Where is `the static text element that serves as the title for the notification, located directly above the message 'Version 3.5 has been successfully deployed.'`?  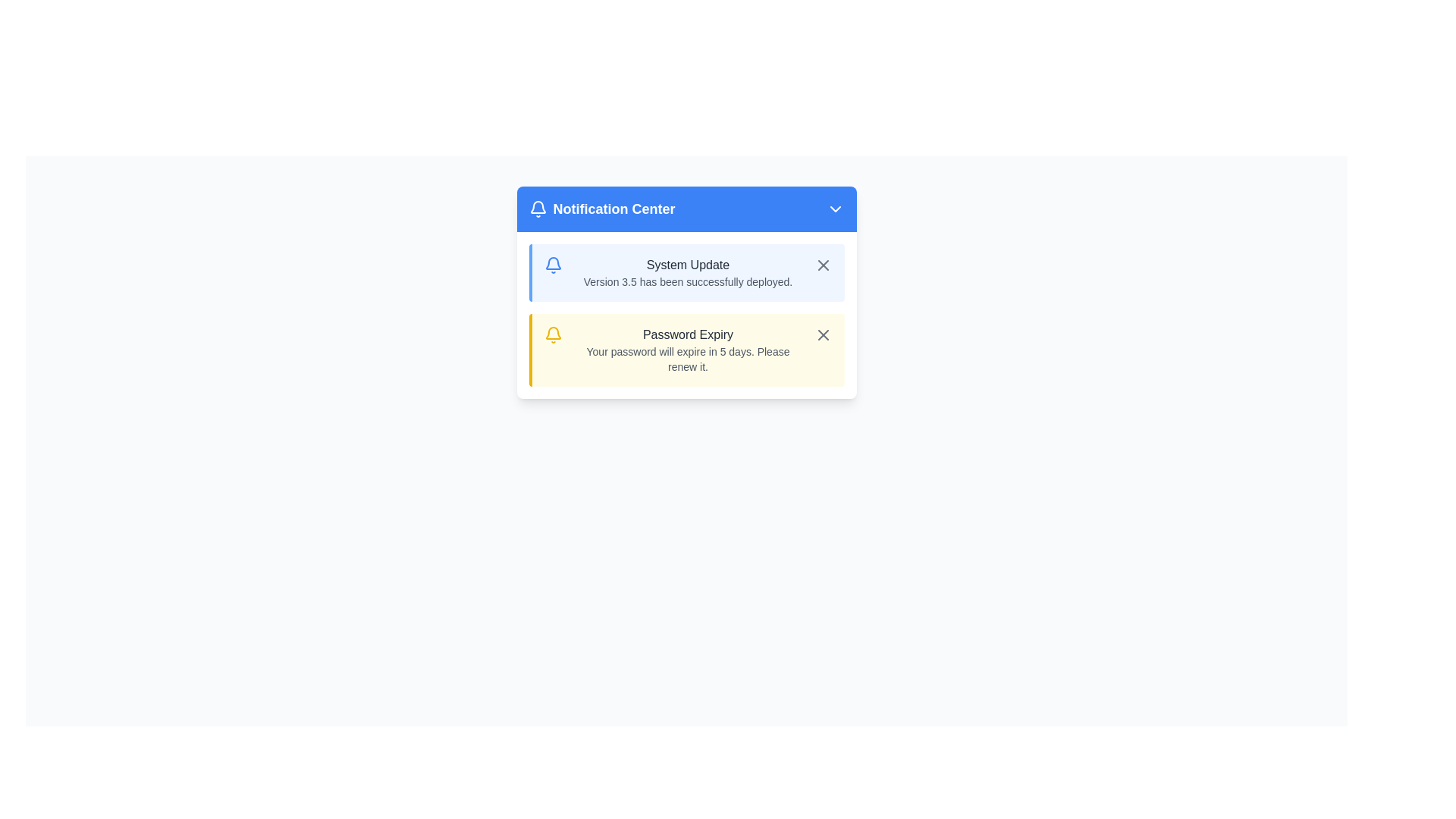 the static text element that serves as the title for the notification, located directly above the message 'Version 3.5 has been successfully deployed.' is located at coordinates (687, 265).